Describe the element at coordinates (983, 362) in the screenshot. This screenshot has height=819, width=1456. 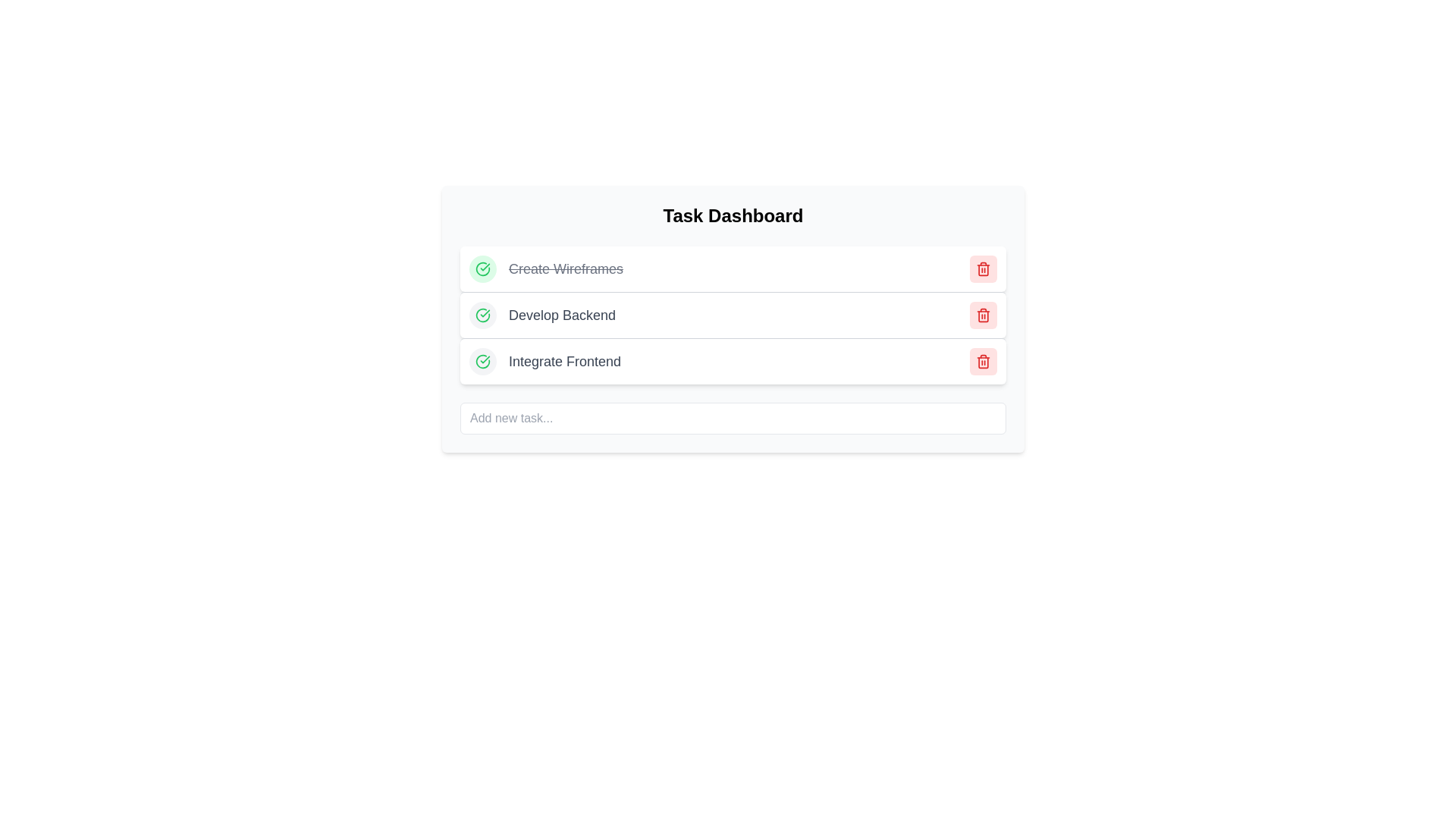
I see `the delete button for the 'Integrate Frontend' task` at that location.